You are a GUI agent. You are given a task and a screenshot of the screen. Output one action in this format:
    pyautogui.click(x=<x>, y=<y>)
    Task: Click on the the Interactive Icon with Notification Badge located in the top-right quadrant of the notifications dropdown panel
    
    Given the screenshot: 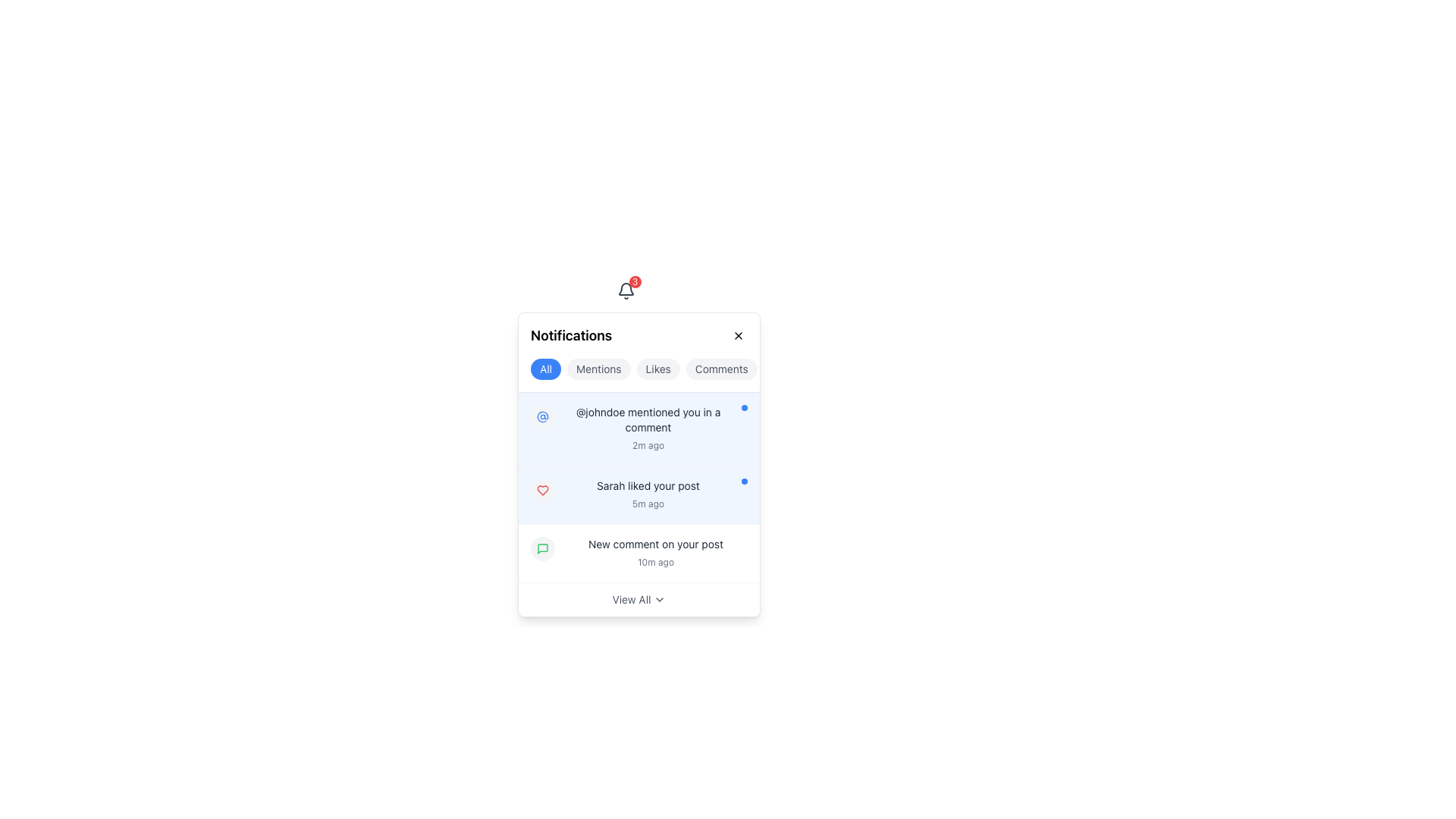 What is the action you would take?
    pyautogui.click(x=626, y=291)
    